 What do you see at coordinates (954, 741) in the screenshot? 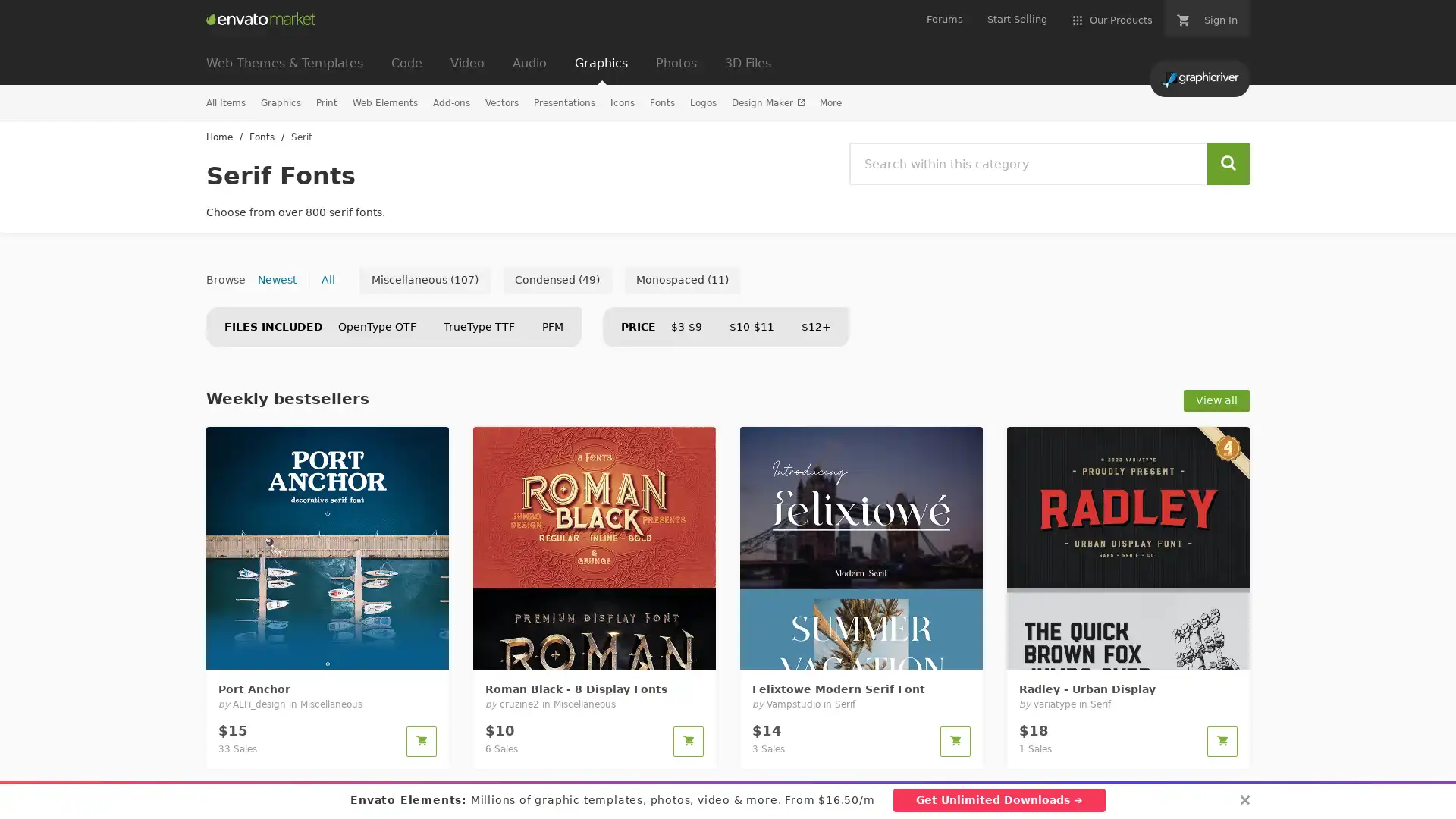
I see `Add to cart` at bounding box center [954, 741].